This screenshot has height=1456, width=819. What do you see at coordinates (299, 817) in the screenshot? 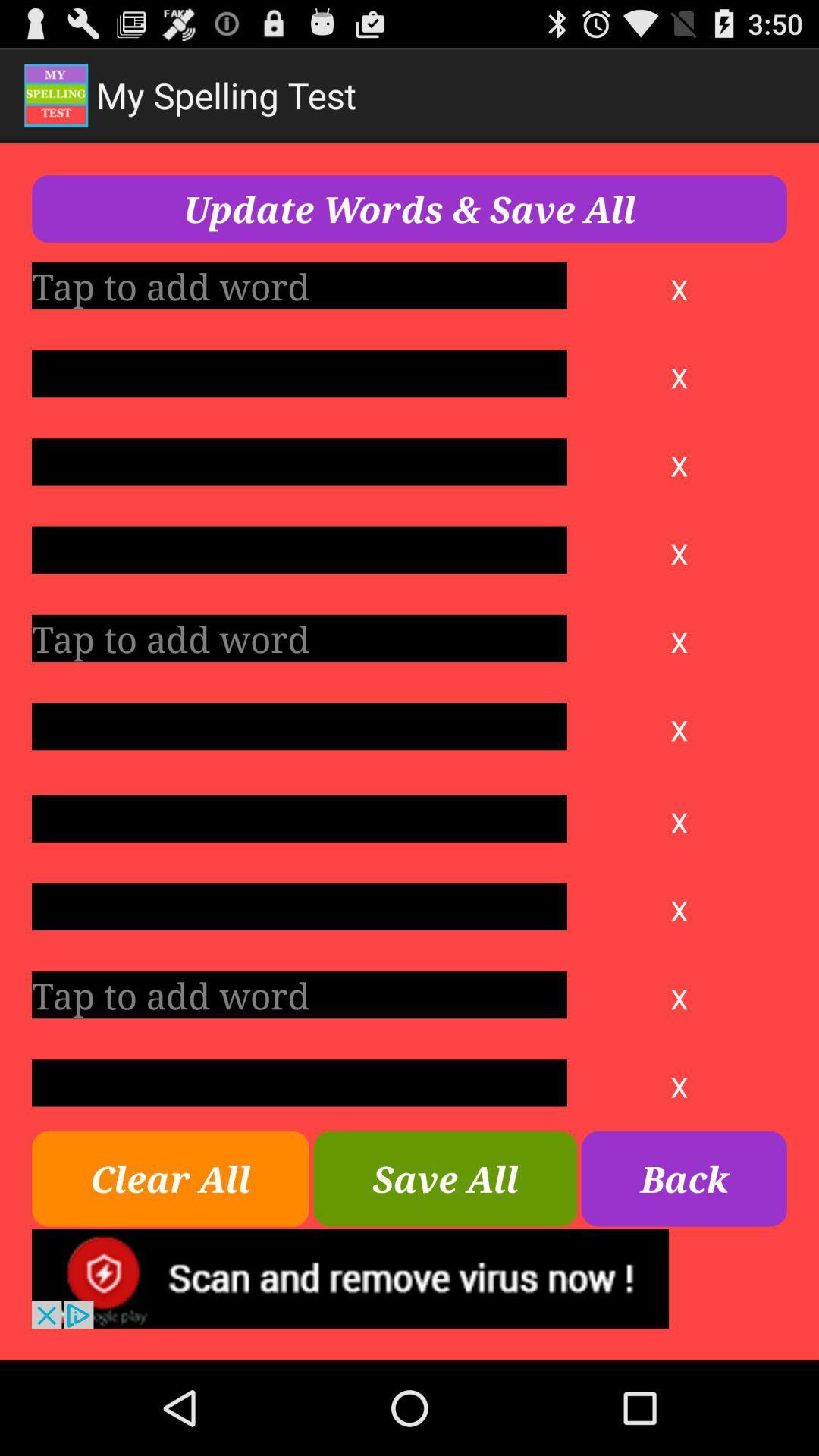
I see `search box` at bounding box center [299, 817].